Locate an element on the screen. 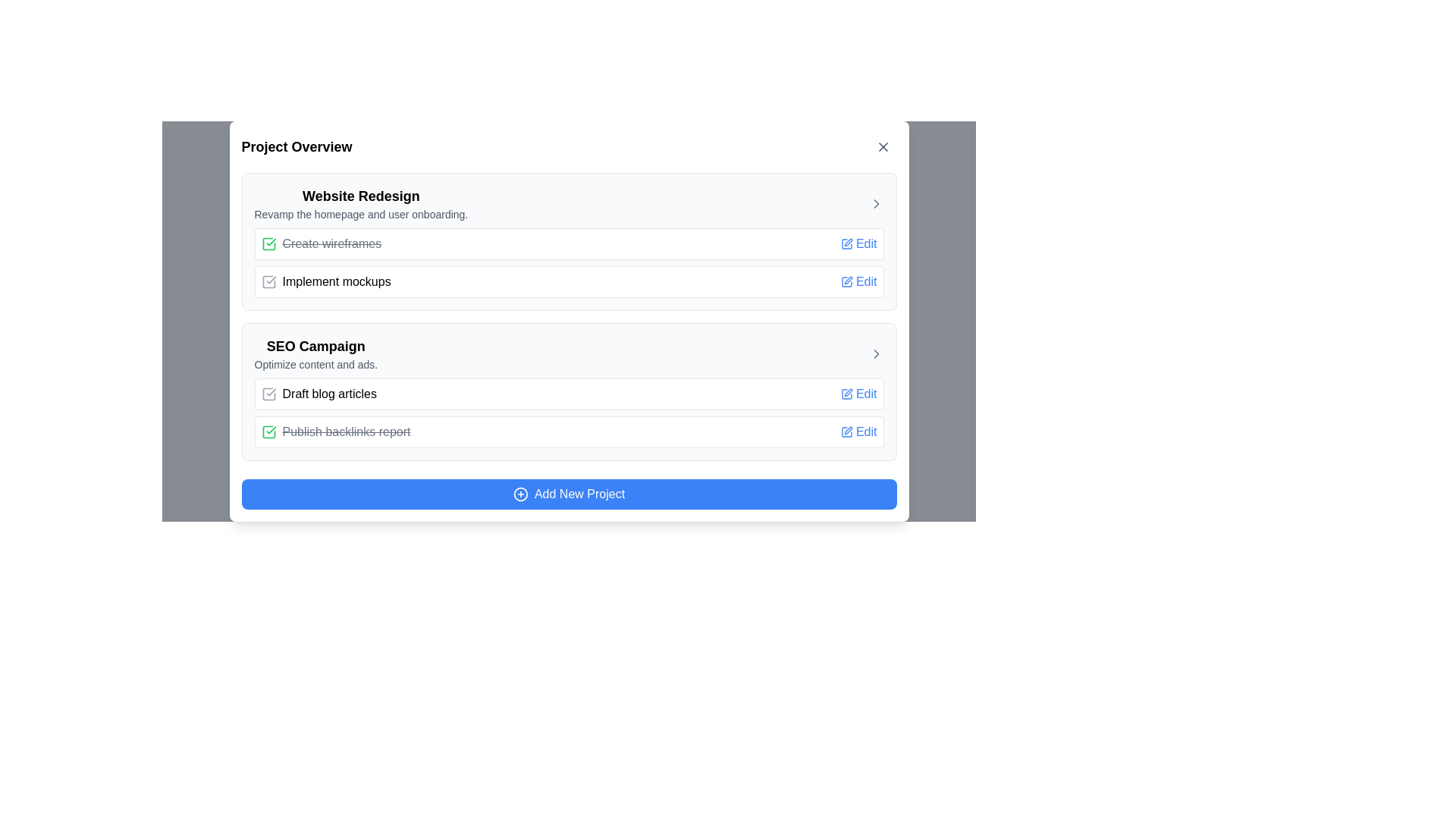 This screenshot has height=819, width=1456. the text label reading 'Draft blog articles' located in the 'SEO Campaign' section is located at coordinates (318, 394).